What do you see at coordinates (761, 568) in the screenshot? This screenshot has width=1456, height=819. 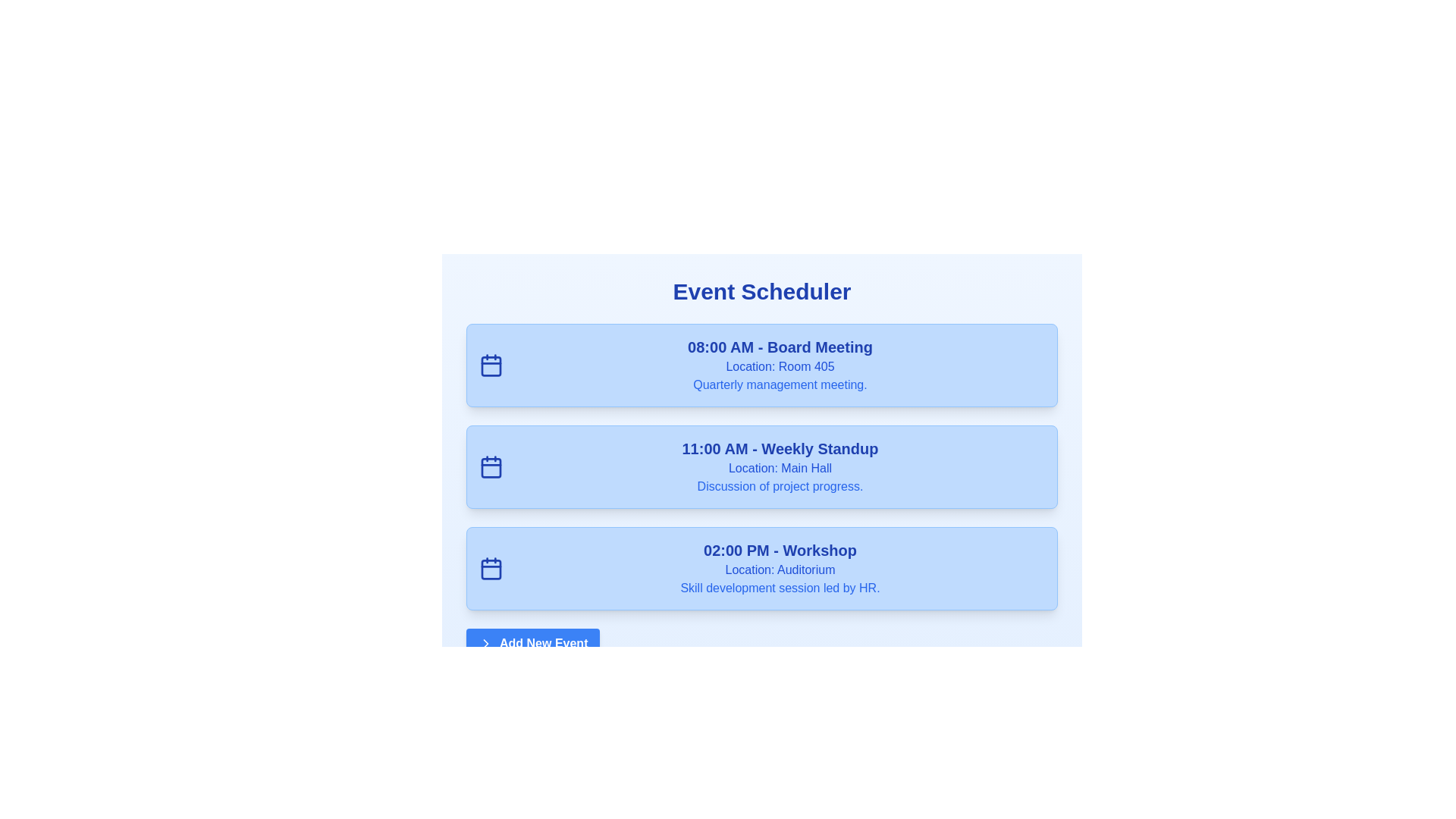 I see `the third informational card in the vertical list, which has a blue background and contains a calendar icon` at bounding box center [761, 568].